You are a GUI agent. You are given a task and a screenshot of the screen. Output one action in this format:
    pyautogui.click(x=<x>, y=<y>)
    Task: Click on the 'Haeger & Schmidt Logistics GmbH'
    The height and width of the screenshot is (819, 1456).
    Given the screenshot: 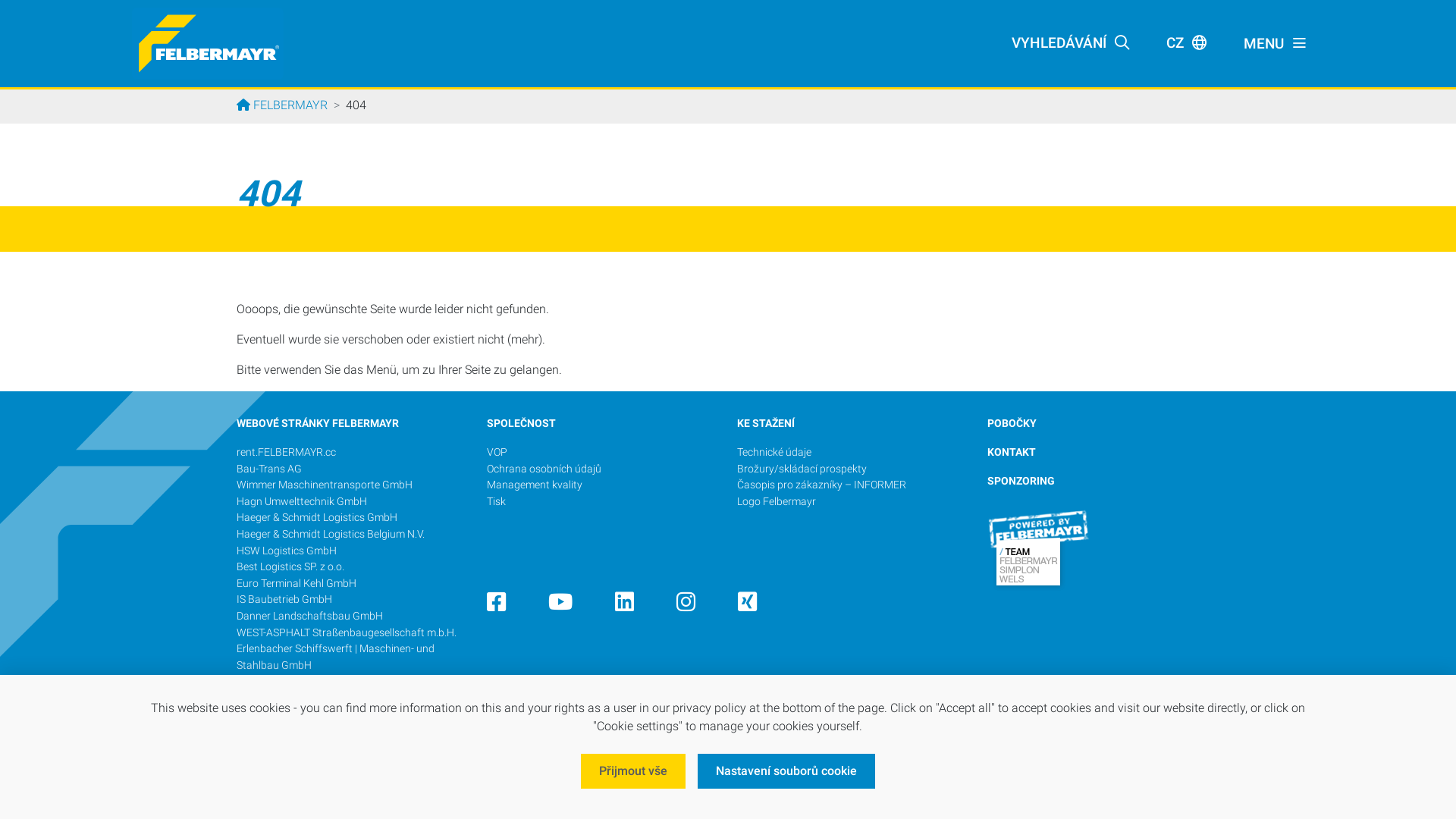 What is the action you would take?
    pyautogui.click(x=315, y=516)
    